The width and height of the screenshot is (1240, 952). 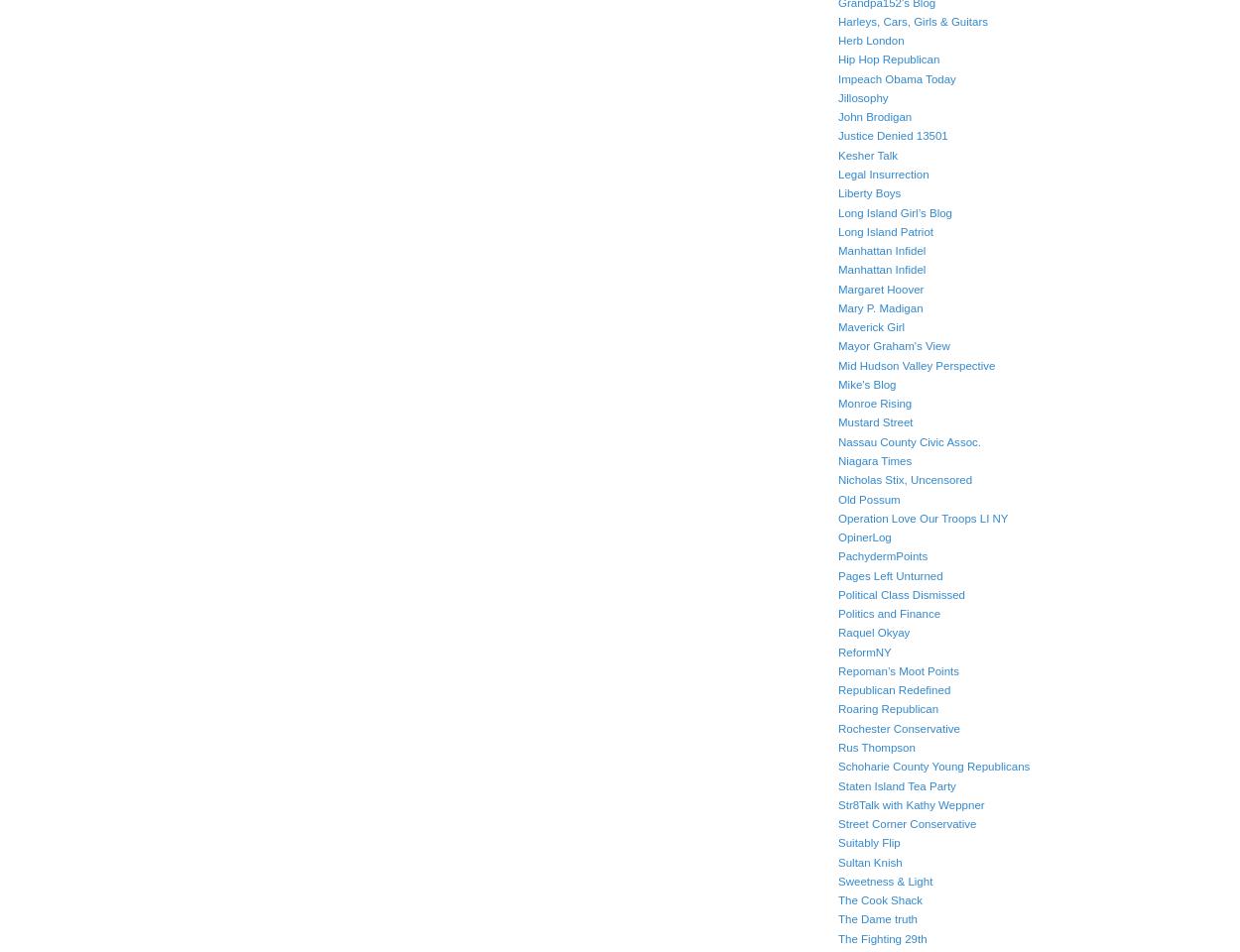 What do you see at coordinates (869, 192) in the screenshot?
I see `'Liberty Boys'` at bounding box center [869, 192].